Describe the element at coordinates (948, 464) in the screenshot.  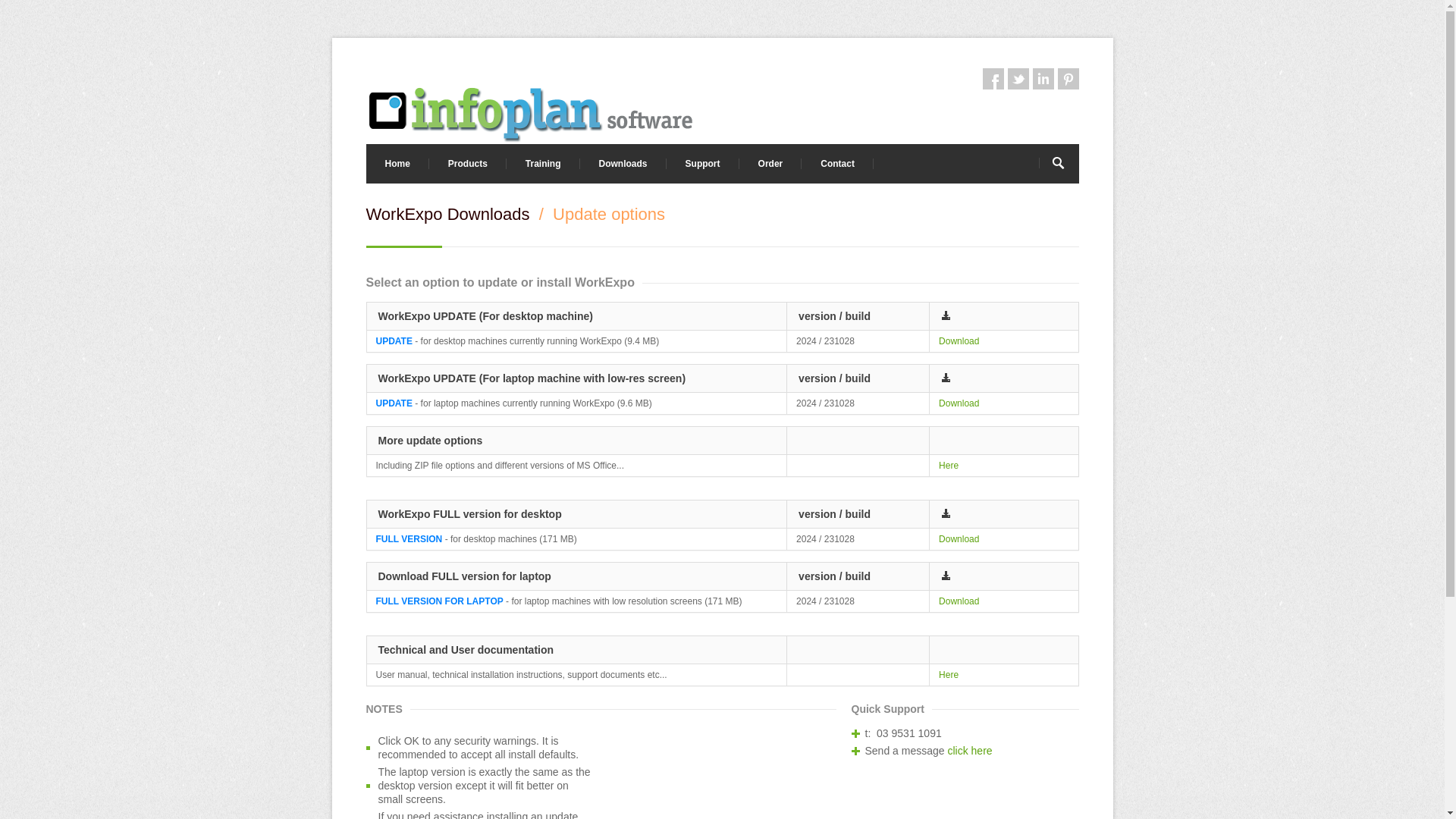
I see `'Here'` at that location.